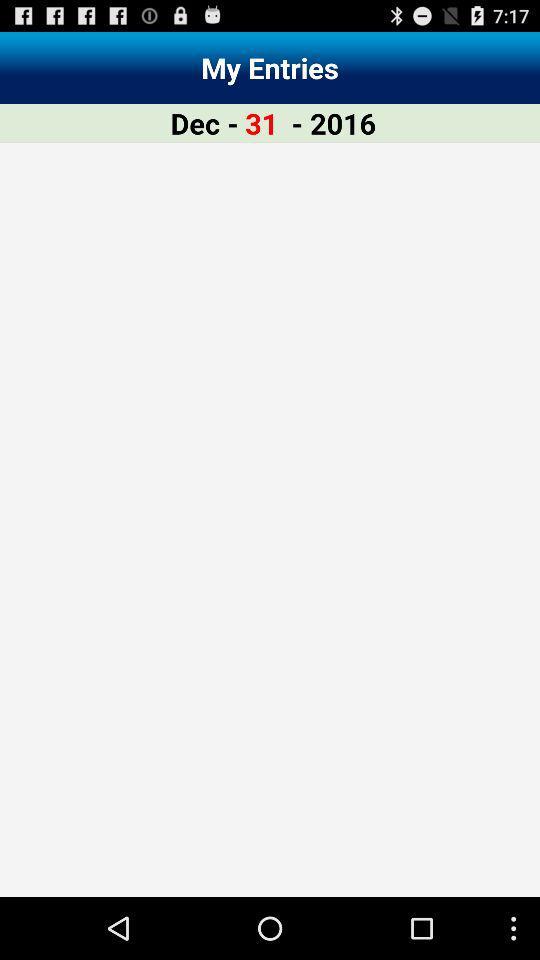  I want to click on the item to the left of the 31 item, so click(203, 122).